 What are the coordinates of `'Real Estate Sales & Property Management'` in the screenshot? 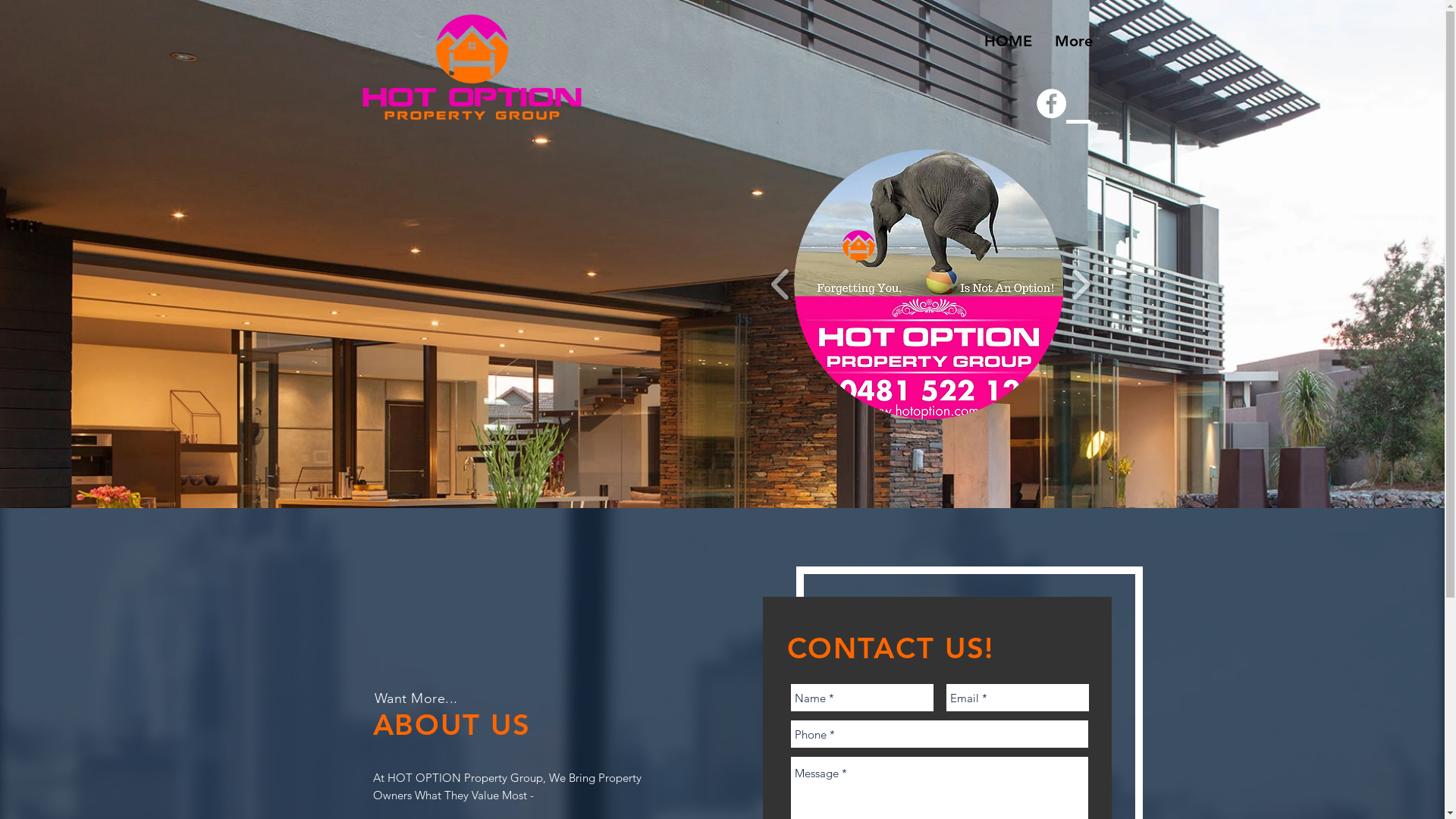 It's located at (471, 66).